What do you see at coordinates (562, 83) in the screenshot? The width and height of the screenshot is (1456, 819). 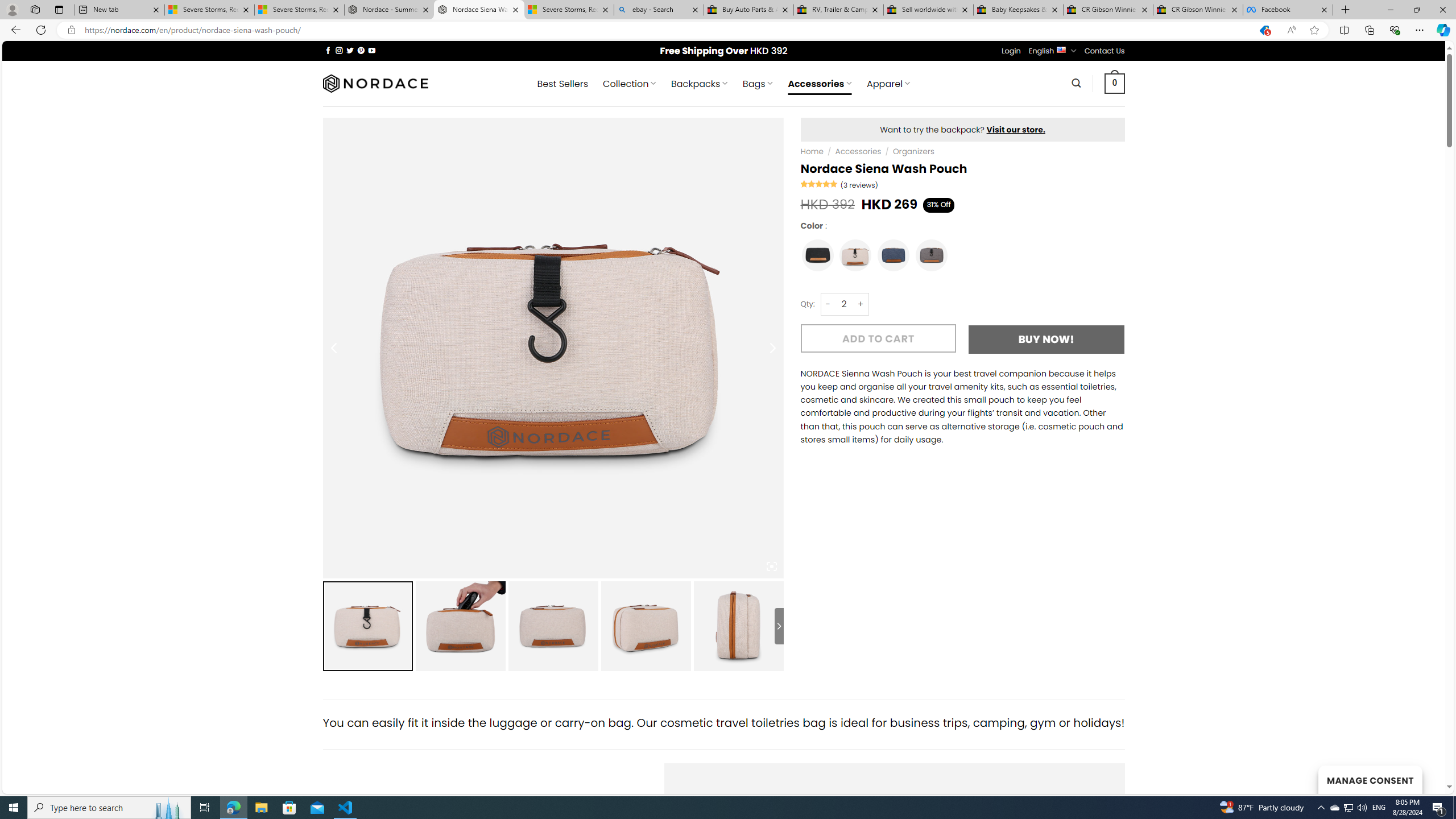 I see `' Best Sellers'` at bounding box center [562, 83].